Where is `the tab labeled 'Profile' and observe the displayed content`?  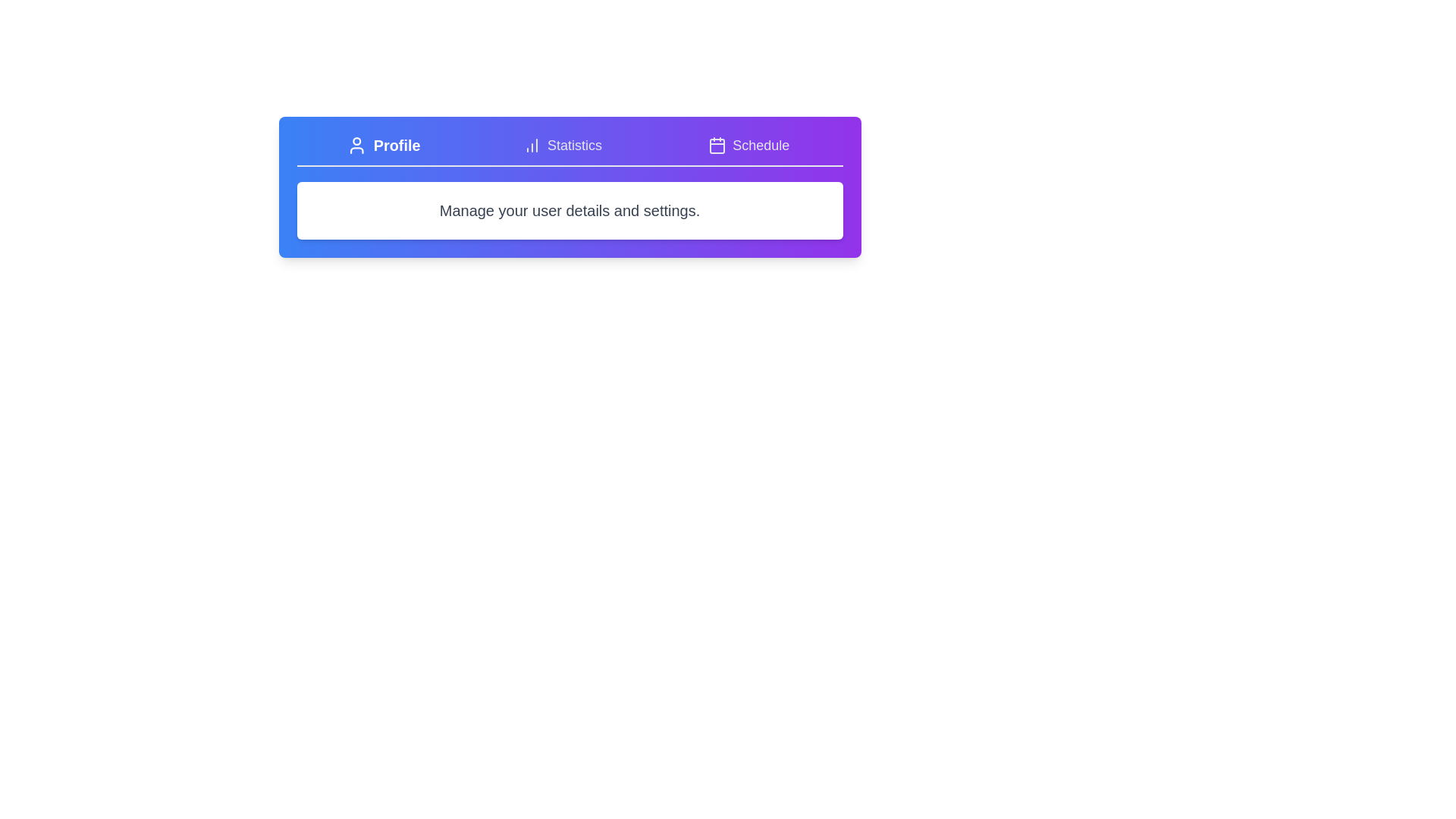
the tab labeled 'Profile' and observe the displayed content is located at coordinates (383, 146).